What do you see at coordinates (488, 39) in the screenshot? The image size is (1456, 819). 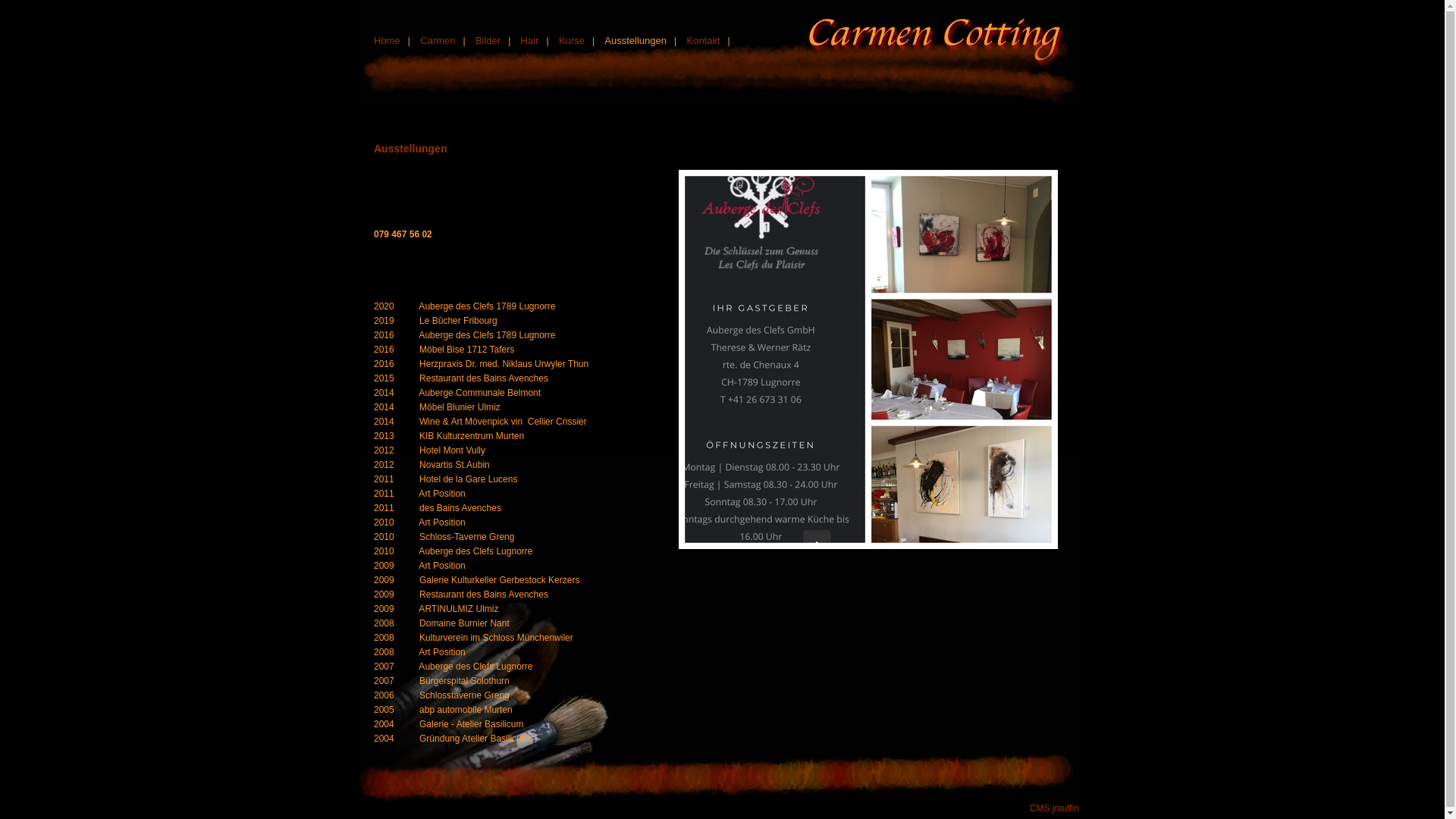 I see `'Bilder'` at bounding box center [488, 39].